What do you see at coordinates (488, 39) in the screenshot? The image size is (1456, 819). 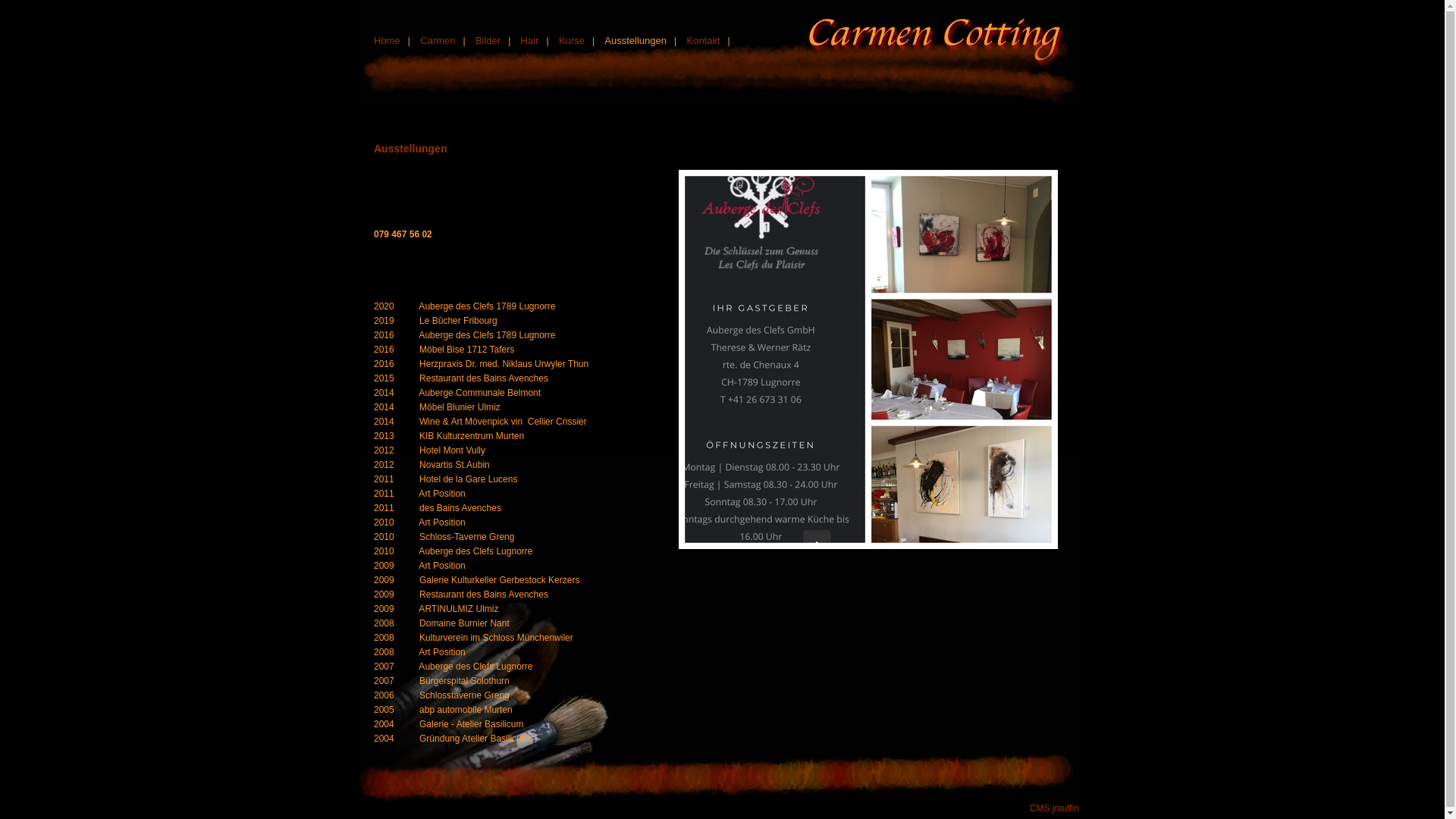 I see `'Bilder'` at bounding box center [488, 39].